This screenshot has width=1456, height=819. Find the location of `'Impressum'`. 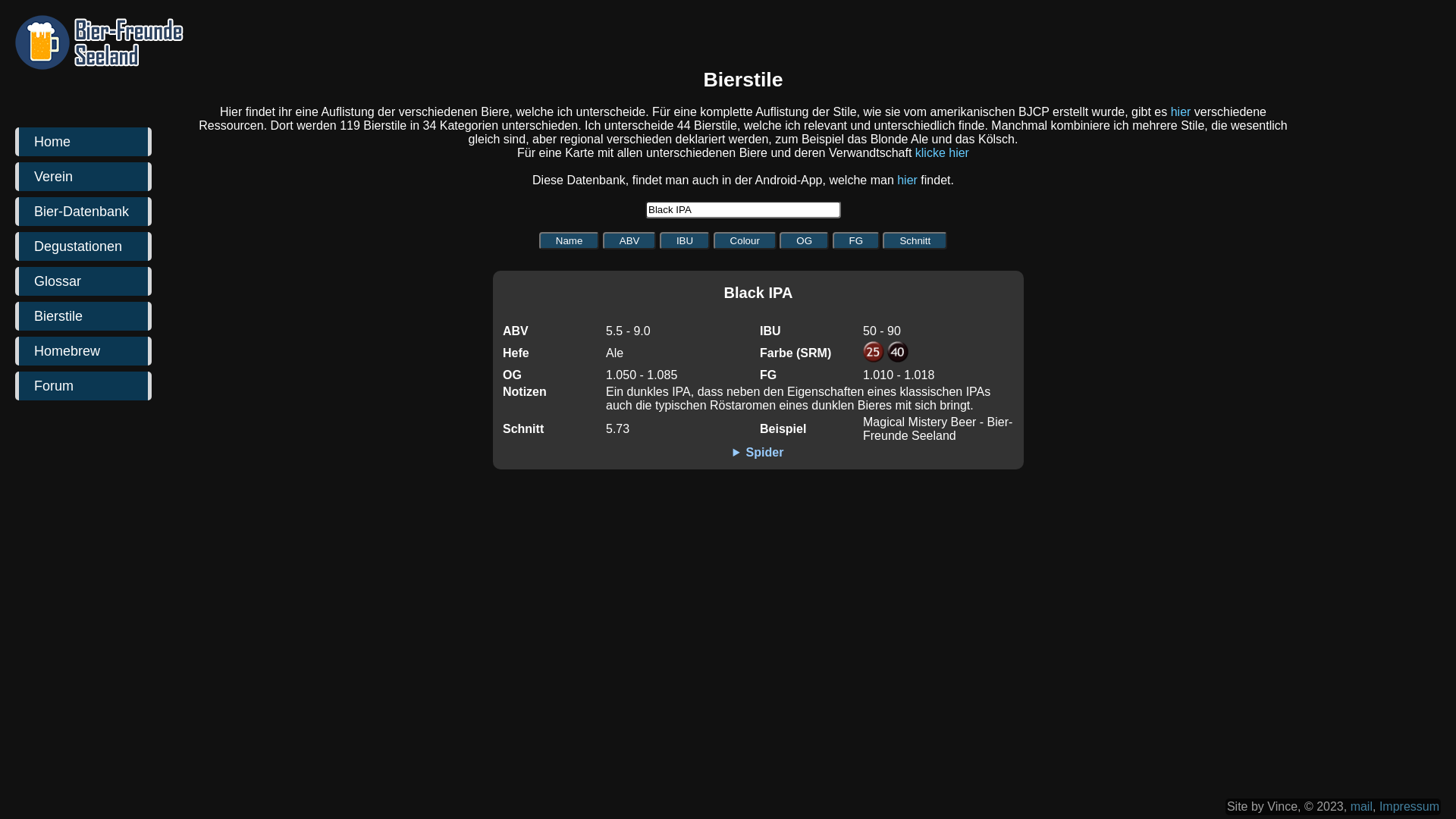

'Impressum' is located at coordinates (1379, 805).